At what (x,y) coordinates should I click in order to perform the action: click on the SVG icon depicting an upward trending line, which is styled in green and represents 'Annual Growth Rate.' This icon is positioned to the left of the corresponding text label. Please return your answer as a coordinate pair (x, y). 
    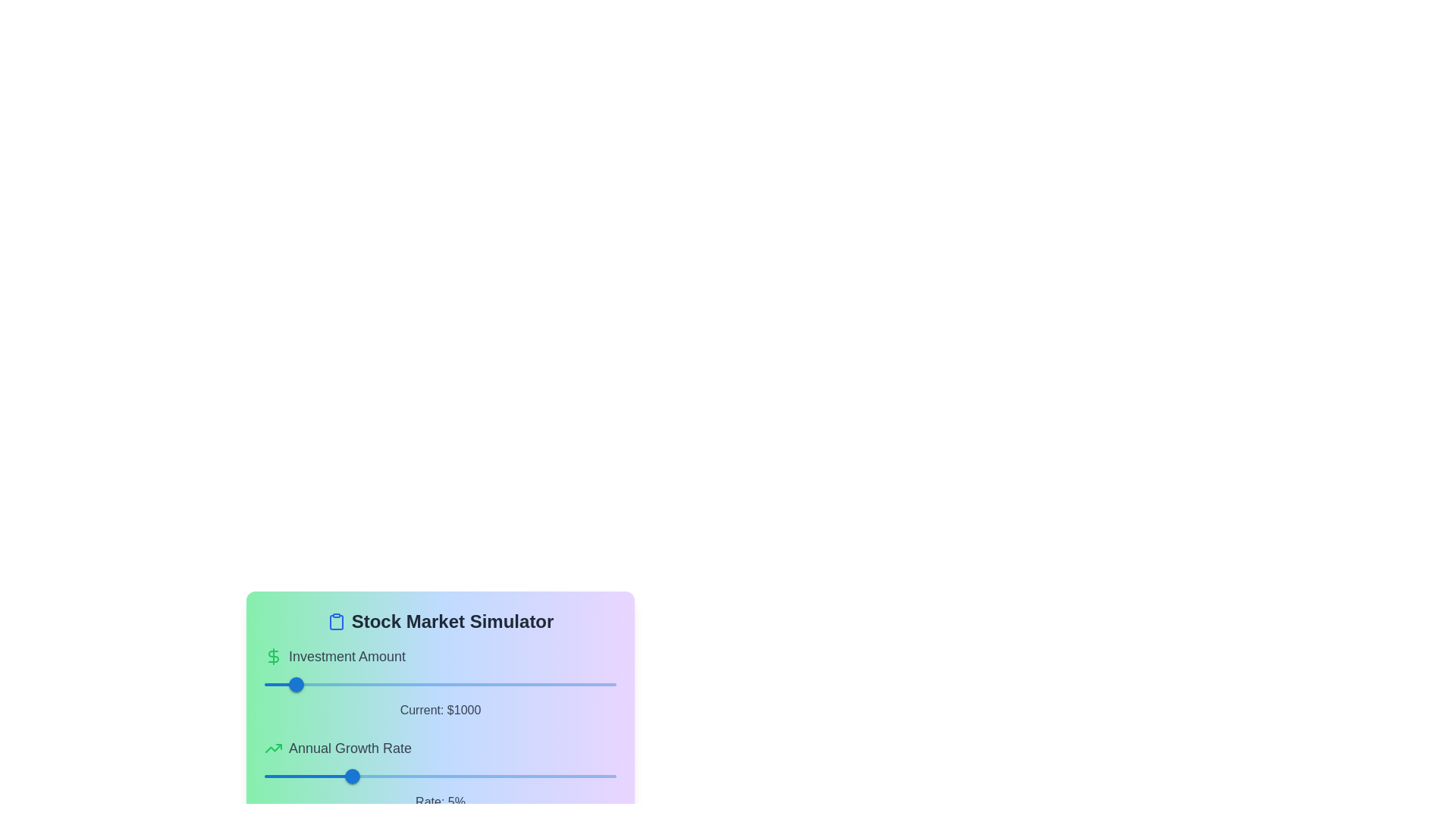
    Looking at the image, I should click on (273, 748).